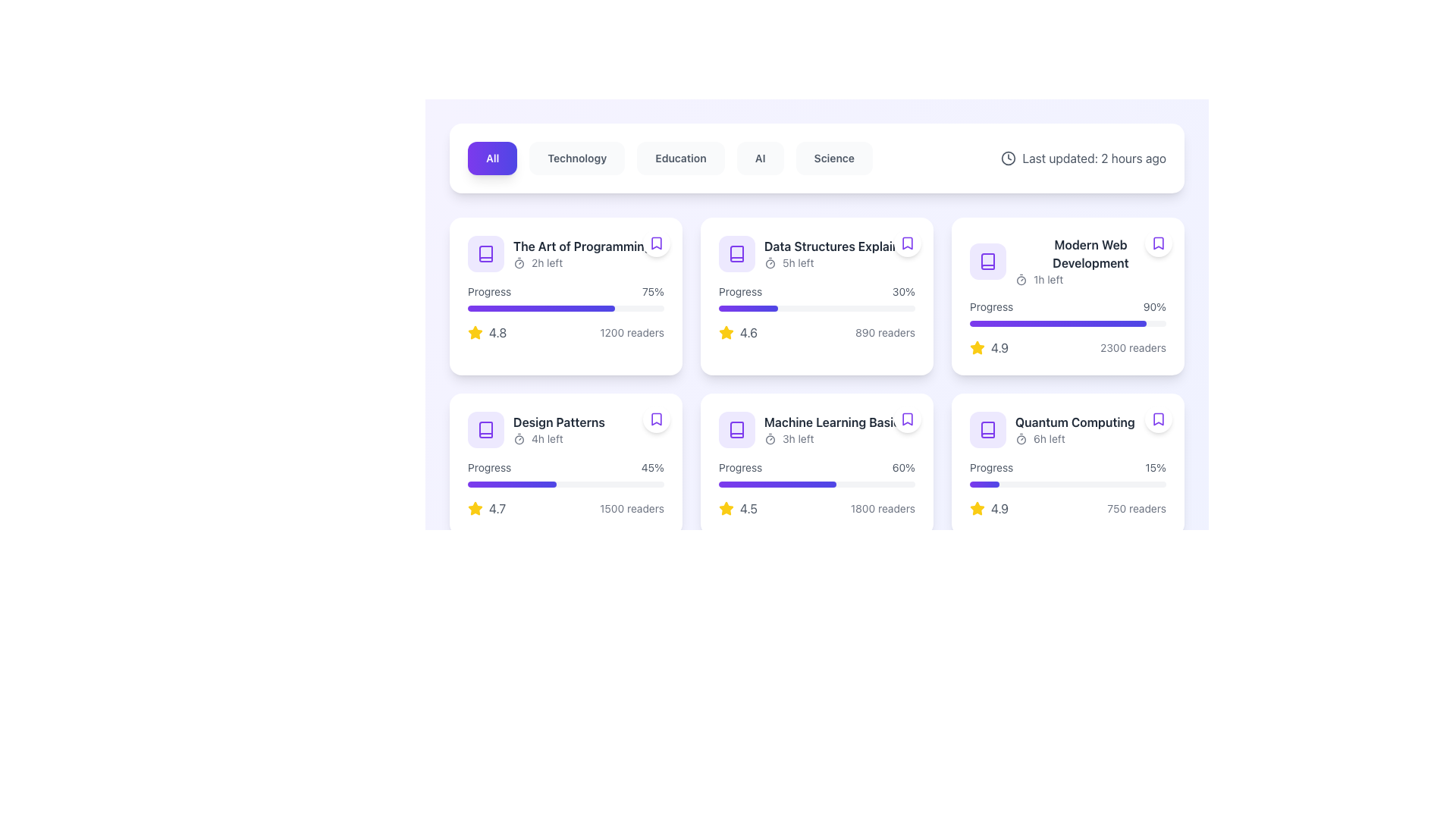 Image resolution: width=1456 pixels, height=819 pixels. What do you see at coordinates (492, 158) in the screenshot?
I see `the rectangular button with rounded corners and a gradient background labeled 'All'` at bounding box center [492, 158].